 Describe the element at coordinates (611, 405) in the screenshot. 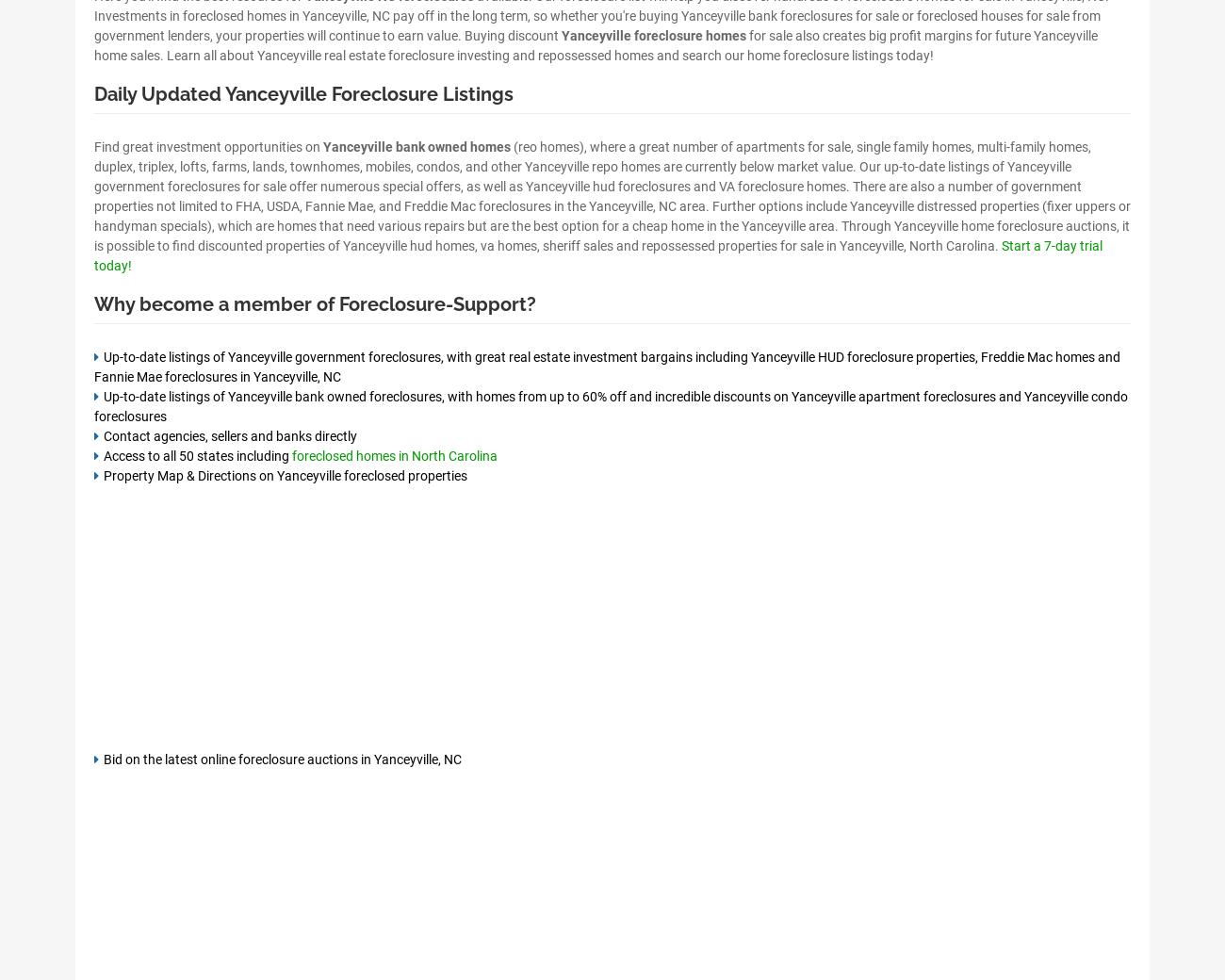

I see `'Up-to-date listings of Yanceyville bank owned foreclosures, with homes from up to 60% off and incredible discounts on Yanceyville apartment foreclosures and Yanceyville condo foreclosures'` at that location.